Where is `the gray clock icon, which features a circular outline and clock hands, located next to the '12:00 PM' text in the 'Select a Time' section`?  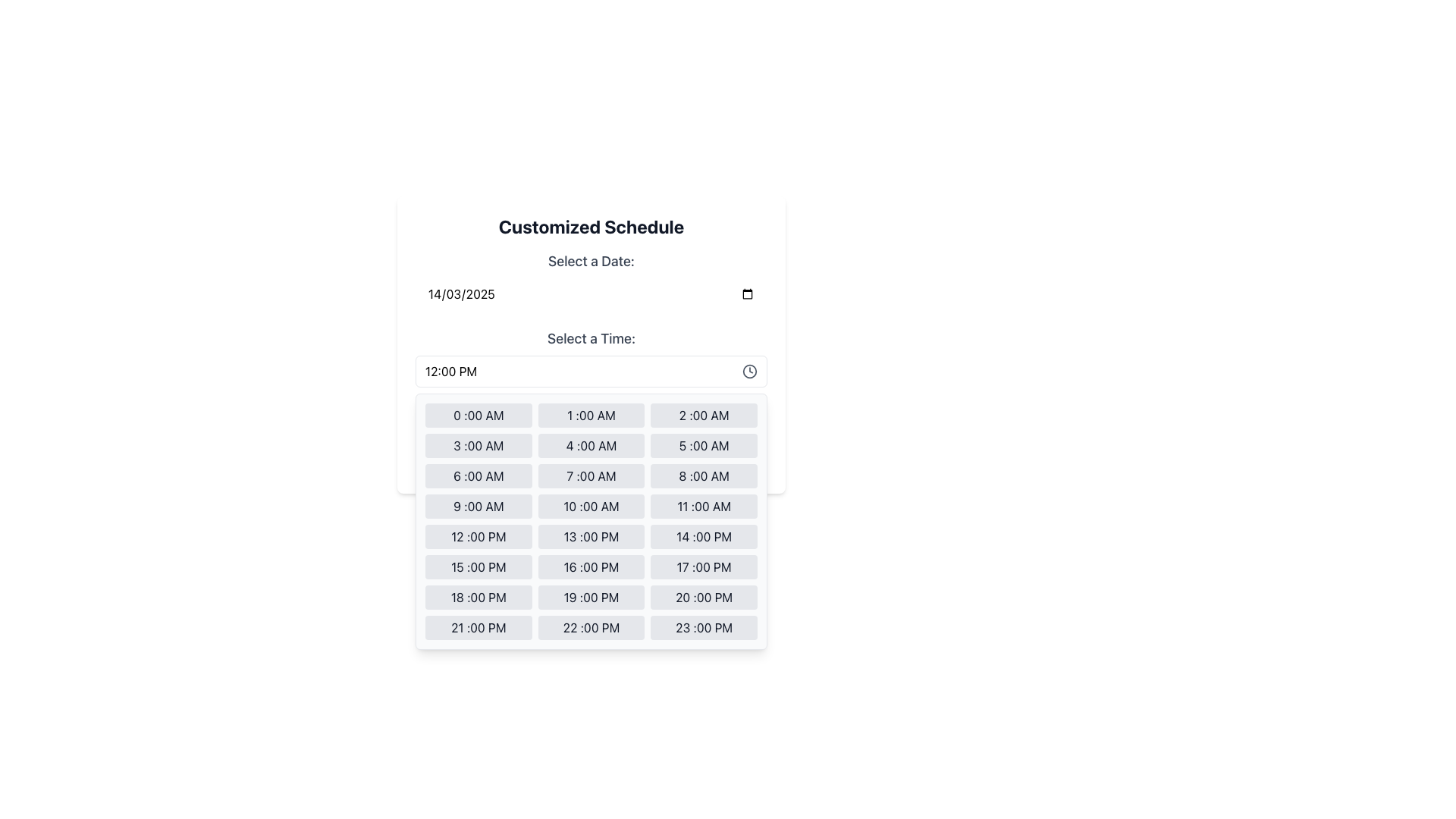 the gray clock icon, which features a circular outline and clock hands, located next to the '12:00 PM' text in the 'Select a Time' section is located at coordinates (749, 371).